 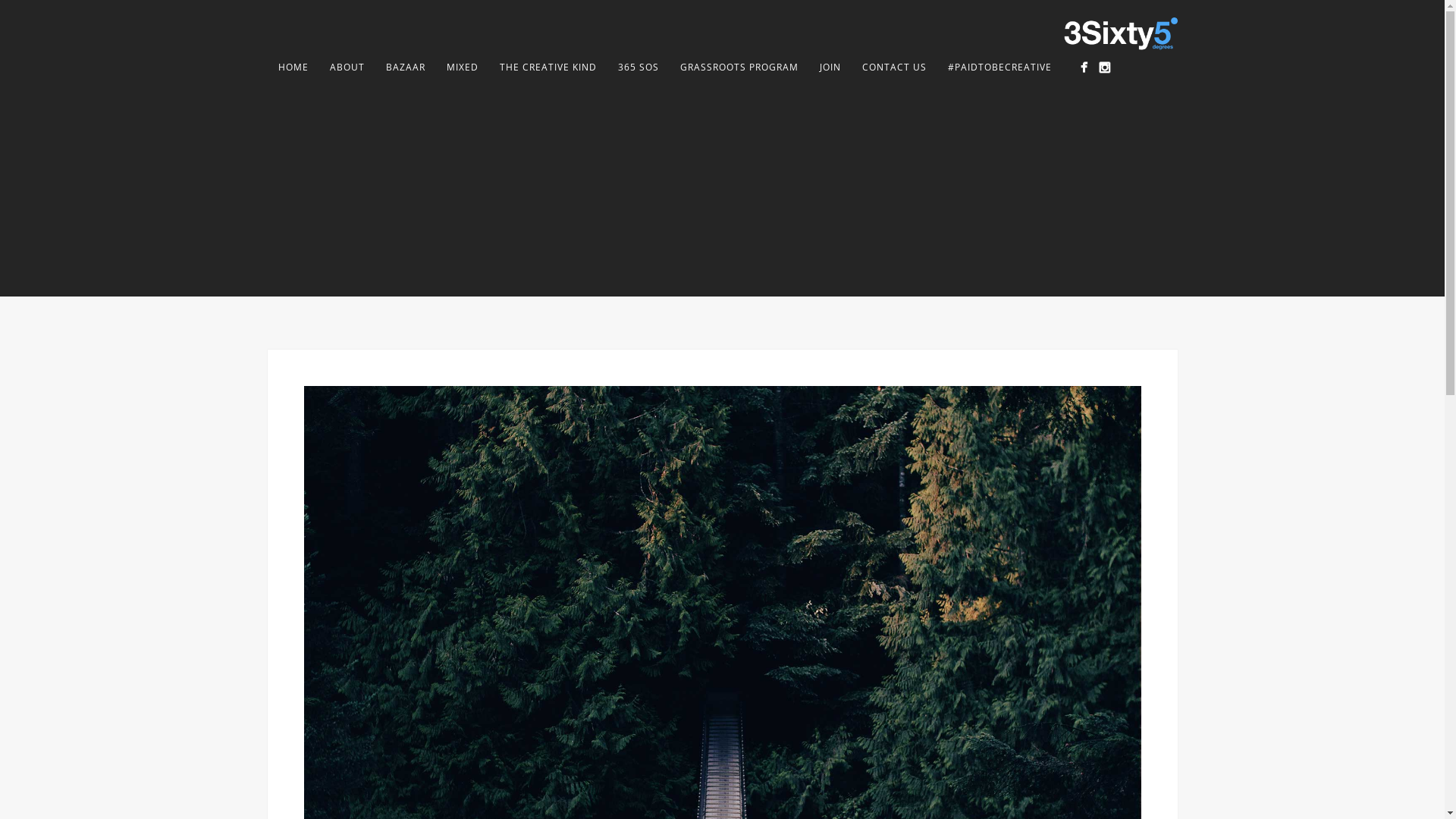 What do you see at coordinates (937, 66) in the screenshot?
I see `'#PAIDTOBECREATIVE'` at bounding box center [937, 66].